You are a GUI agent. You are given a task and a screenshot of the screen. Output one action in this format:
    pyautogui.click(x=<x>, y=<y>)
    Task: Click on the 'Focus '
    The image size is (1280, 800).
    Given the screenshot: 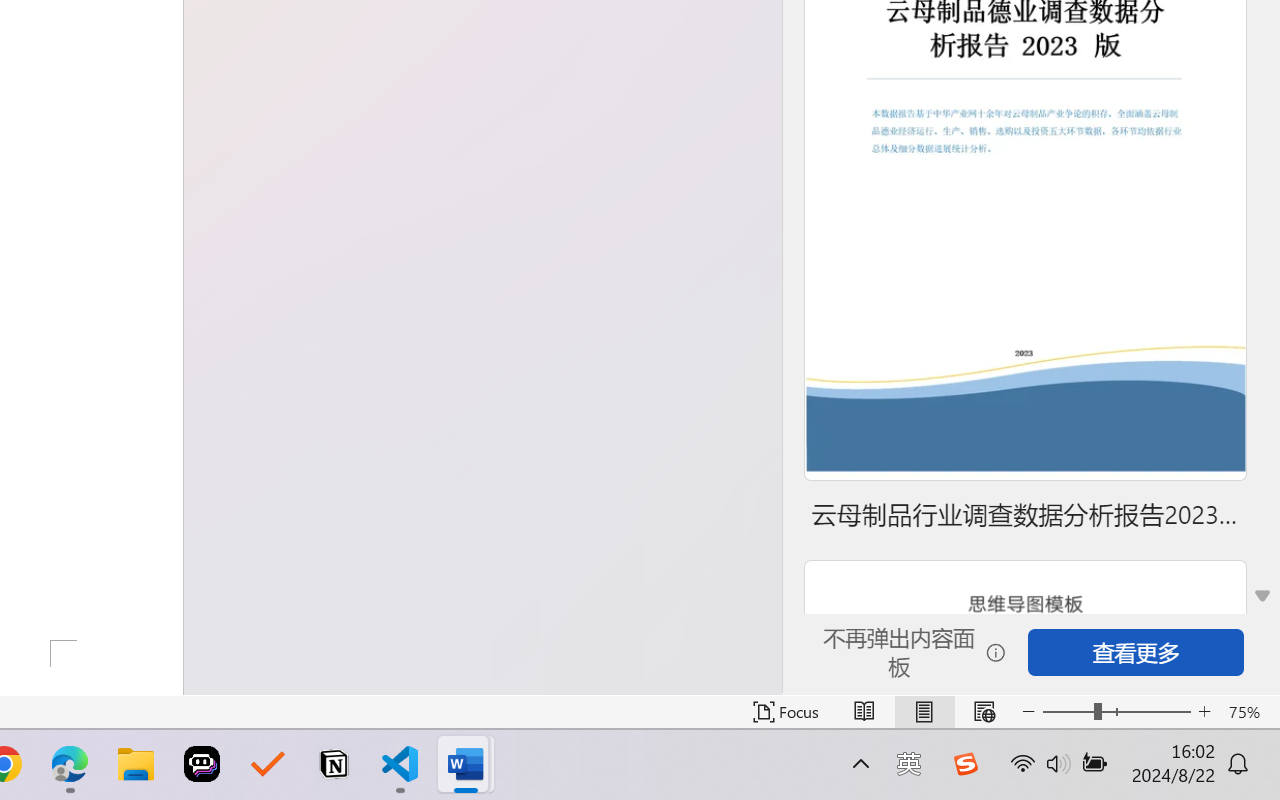 What is the action you would take?
    pyautogui.click(x=785, y=711)
    